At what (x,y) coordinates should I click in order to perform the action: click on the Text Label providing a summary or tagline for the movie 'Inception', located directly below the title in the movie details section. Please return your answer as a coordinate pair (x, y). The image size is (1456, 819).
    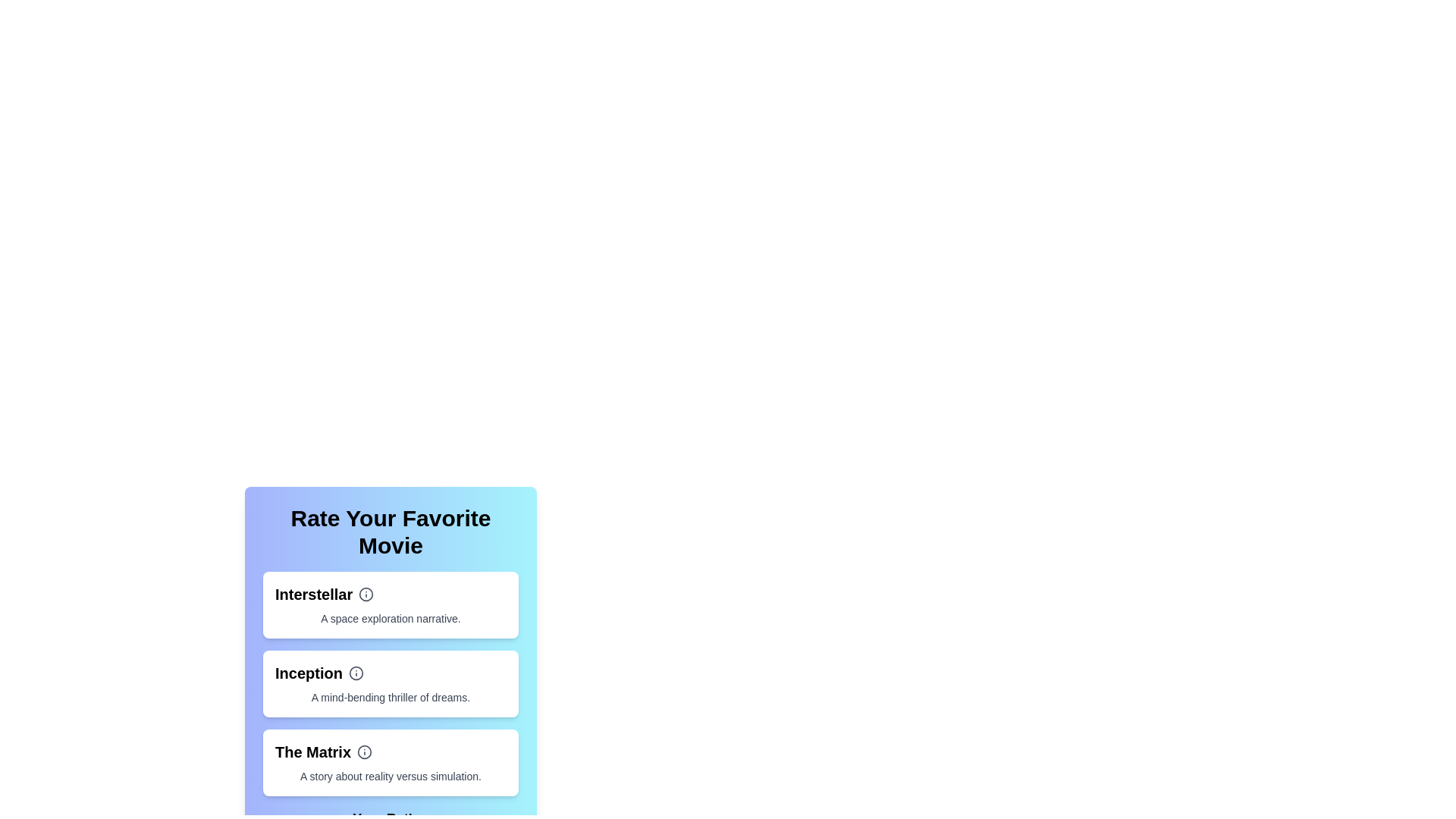
    Looking at the image, I should click on (391, 698).